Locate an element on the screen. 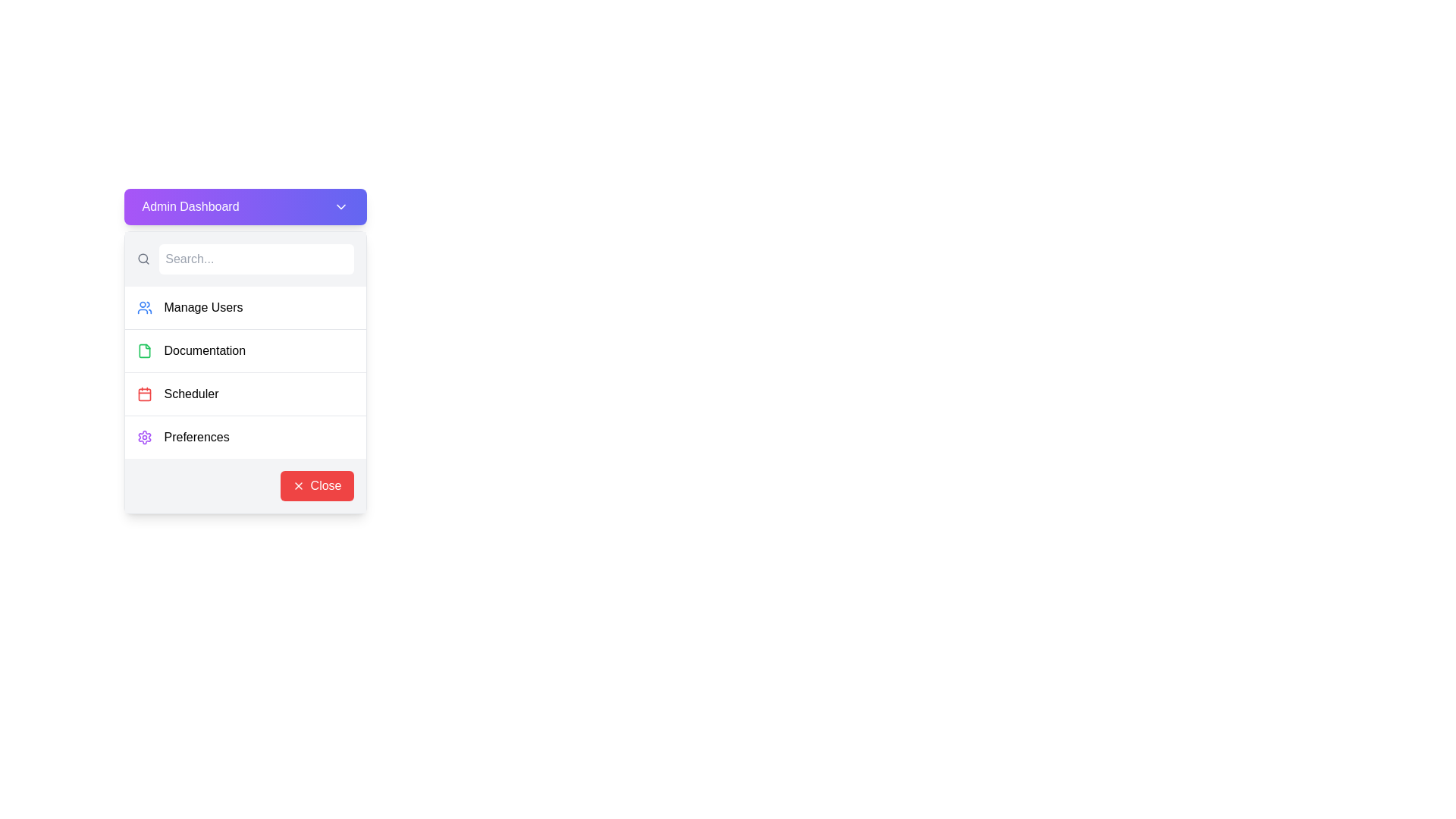 The width and height of the screenshot is (1456, 819). the purple gear icon in the 'Preferences' dropdown menu, which is located to the left of the text 'Preferences' is located at coordinates (144, 438).